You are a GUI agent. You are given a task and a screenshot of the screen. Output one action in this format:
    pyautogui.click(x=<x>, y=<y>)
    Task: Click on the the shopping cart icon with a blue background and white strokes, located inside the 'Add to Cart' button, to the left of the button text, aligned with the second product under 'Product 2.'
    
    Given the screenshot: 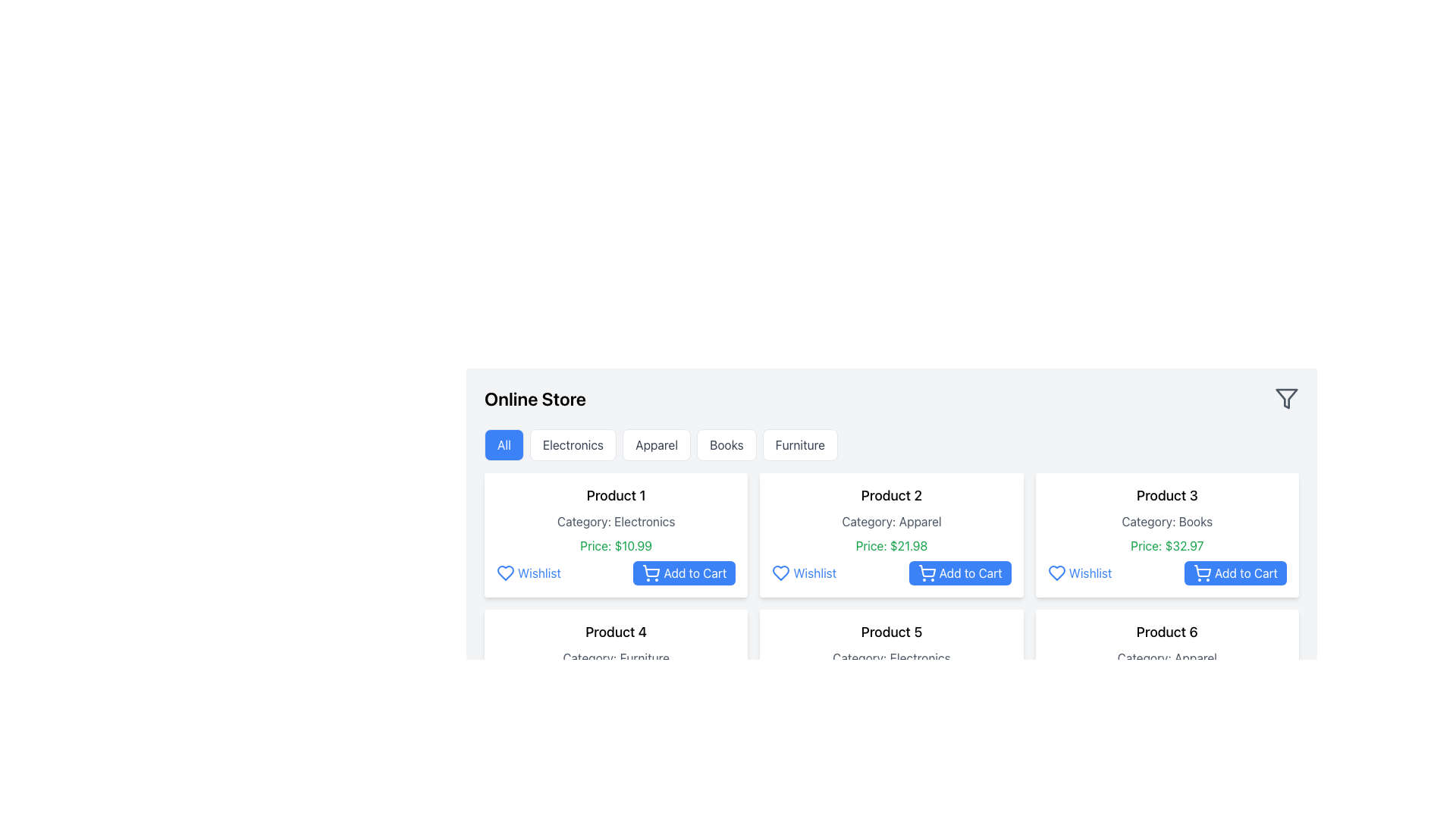 What is the action you would take?
    pyautogui.click(x=651, y=573)
    